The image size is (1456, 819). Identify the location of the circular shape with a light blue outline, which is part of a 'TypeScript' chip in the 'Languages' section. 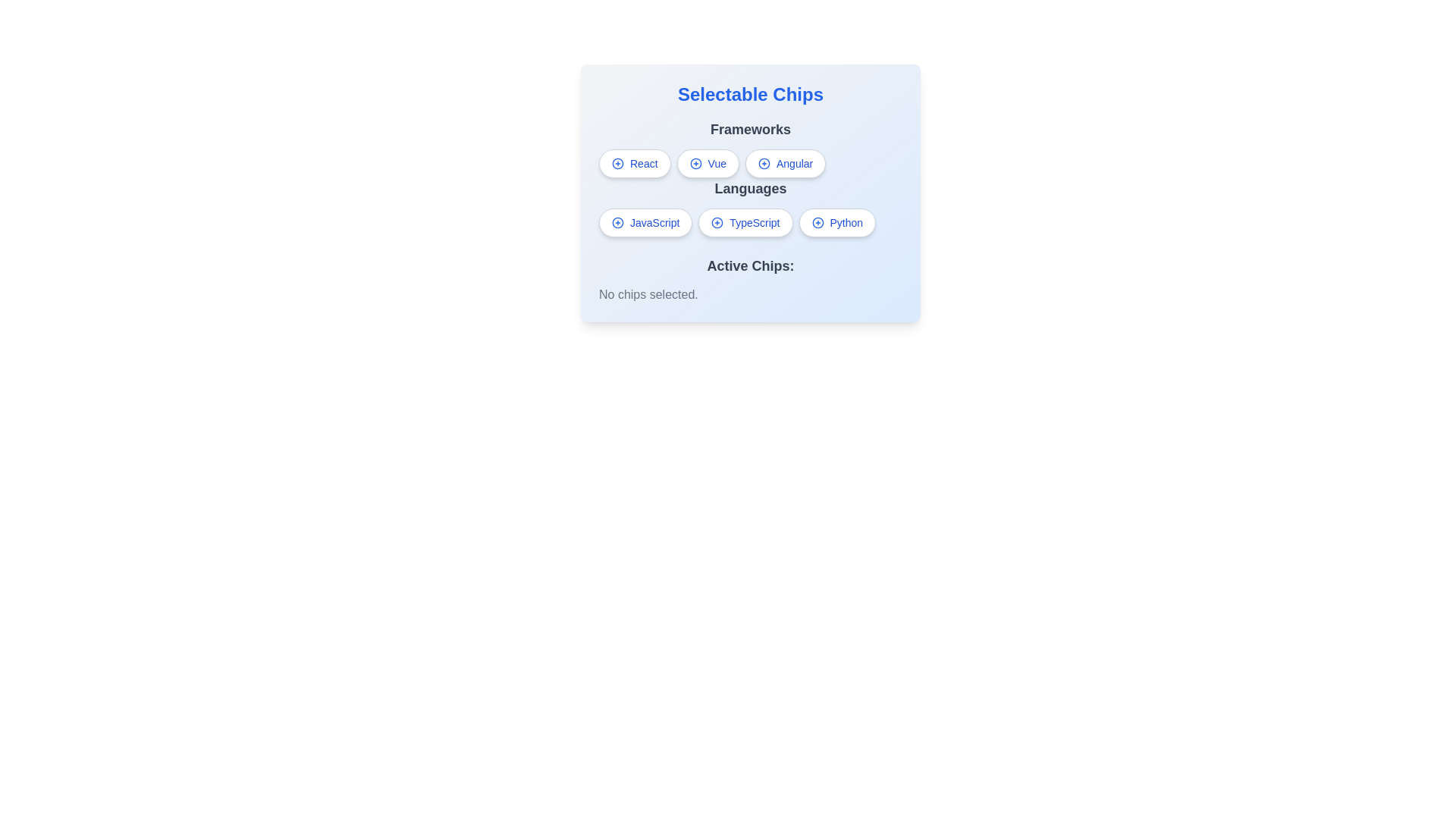
(717, 222).